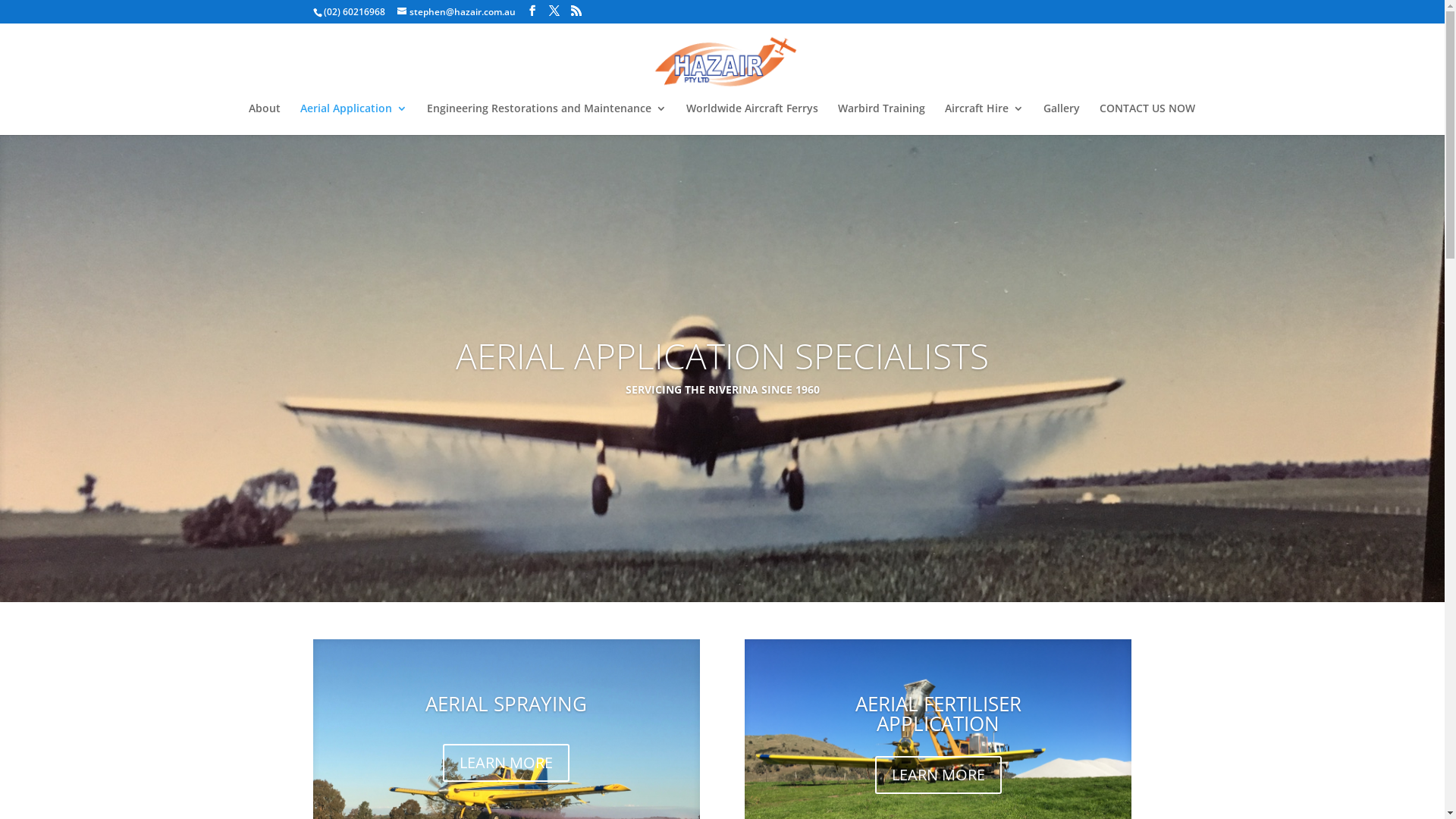 Image resolution: width=1456 pixels, height=819 pixels. What do you see at coordinates (880, 118) in the screenshot?
I see `'Warbird Training'` at bounding box center [880, 118].